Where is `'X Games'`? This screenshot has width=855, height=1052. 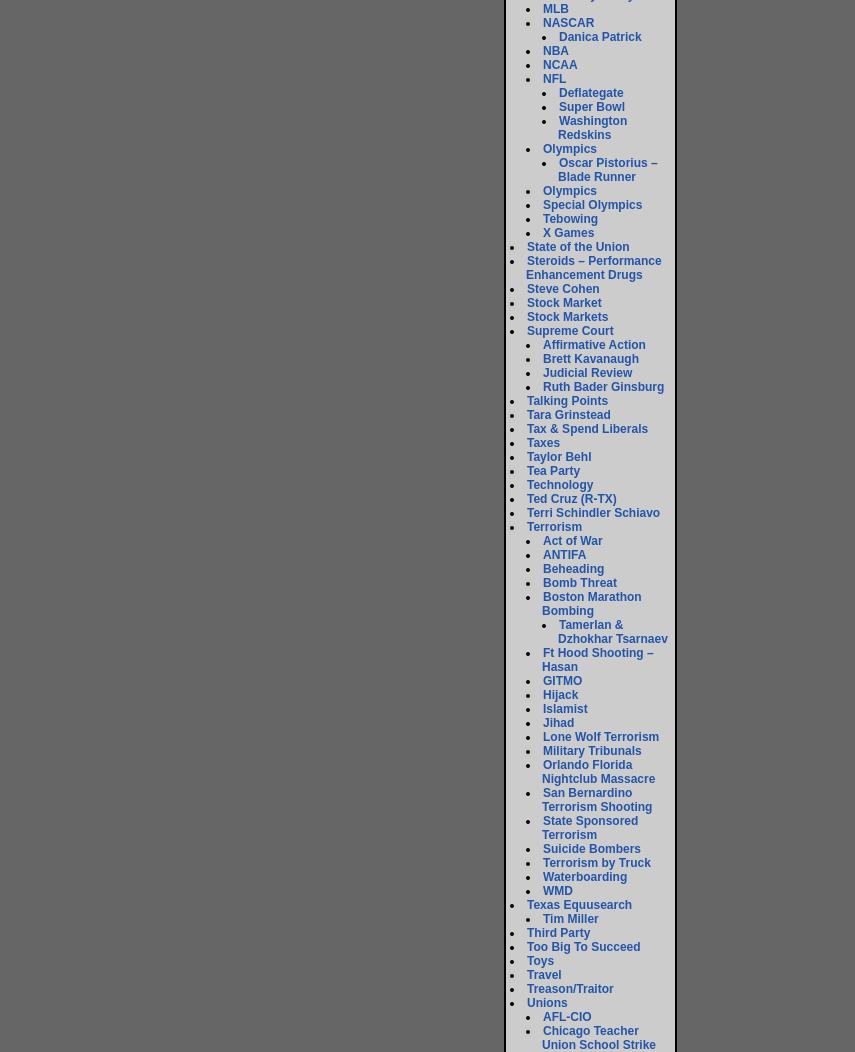 'X Games' is located at coordinates (567, 232).